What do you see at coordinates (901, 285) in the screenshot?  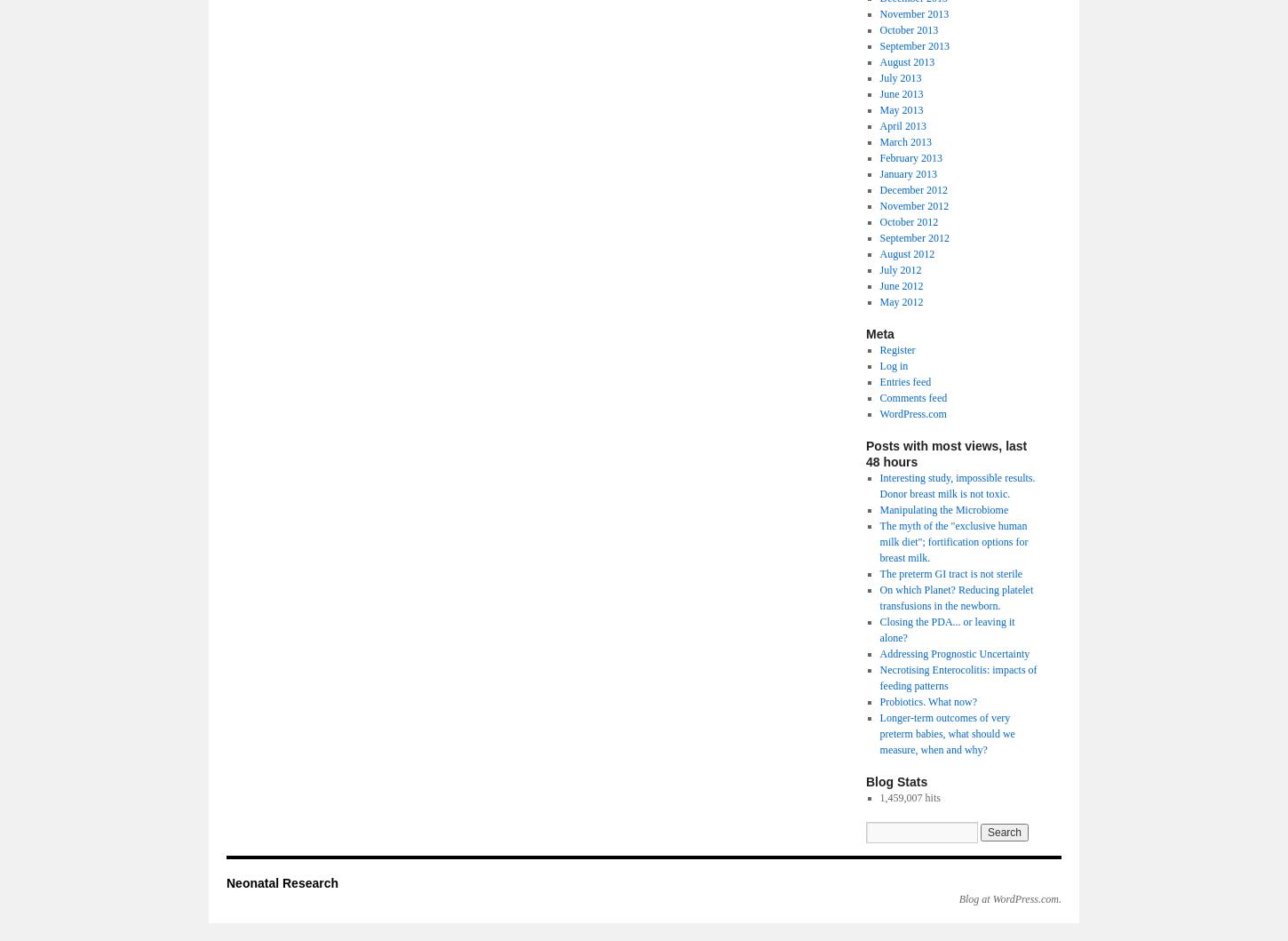 I see `'June 2012'` at bounding box center [901, 285].